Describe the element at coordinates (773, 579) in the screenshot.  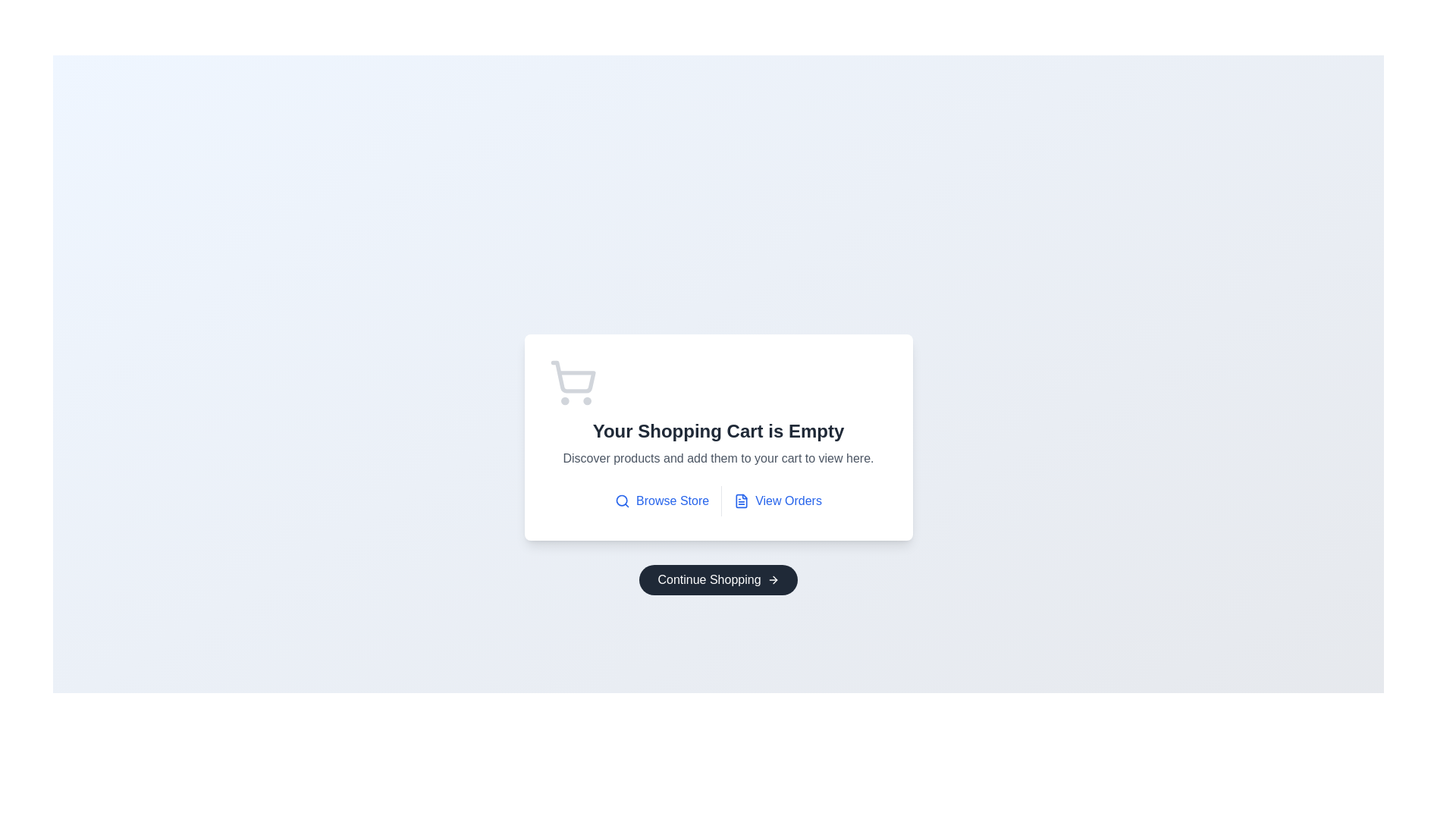
I see `the right arrow icon located at the rightmost side of the 'Continue Shopping' button, which is below the empty shopping cart card` at that location.